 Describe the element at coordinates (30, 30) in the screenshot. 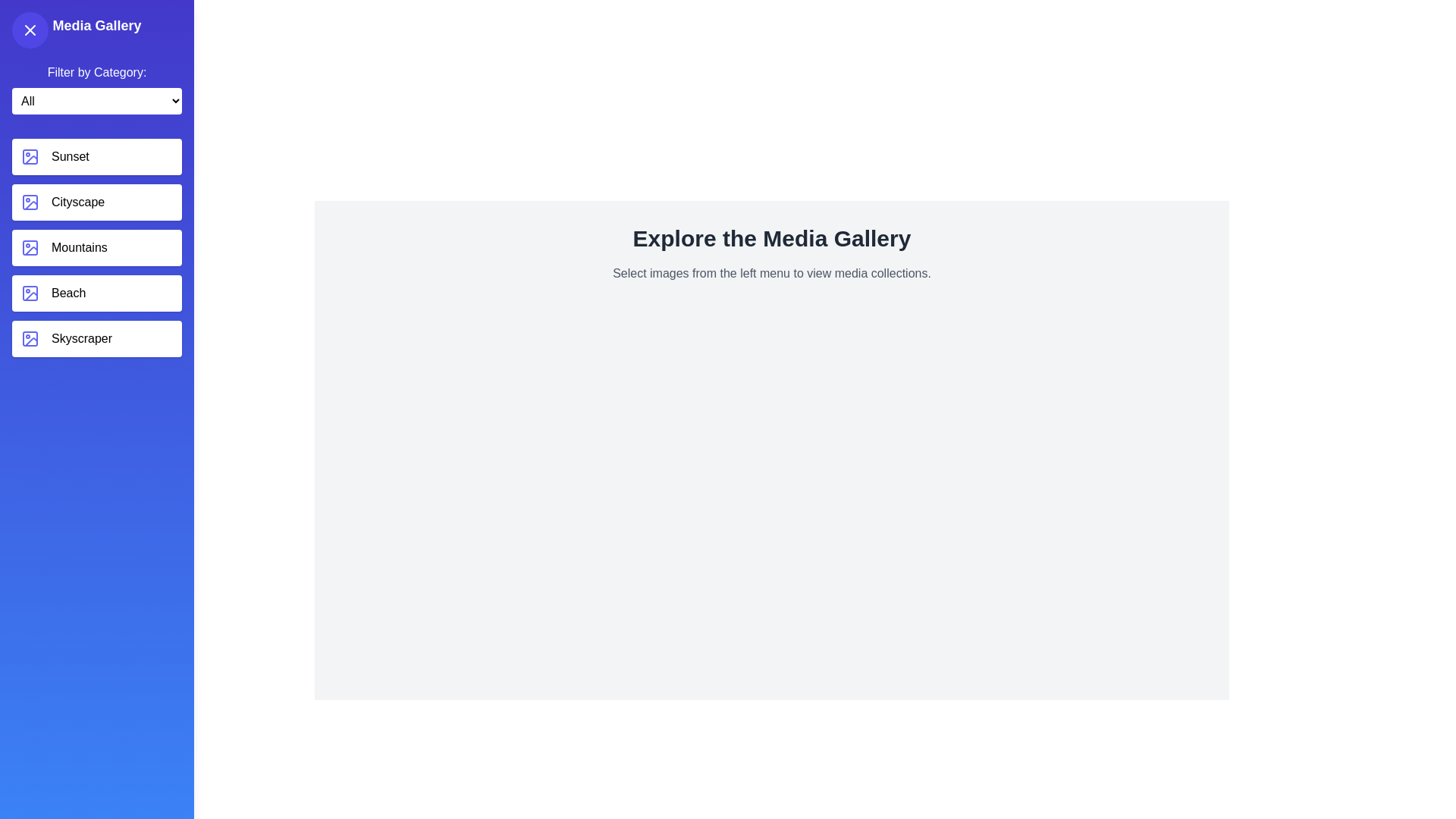

I see `toggle button to change the visibility of the MediaGalleryDrawer` at that location.